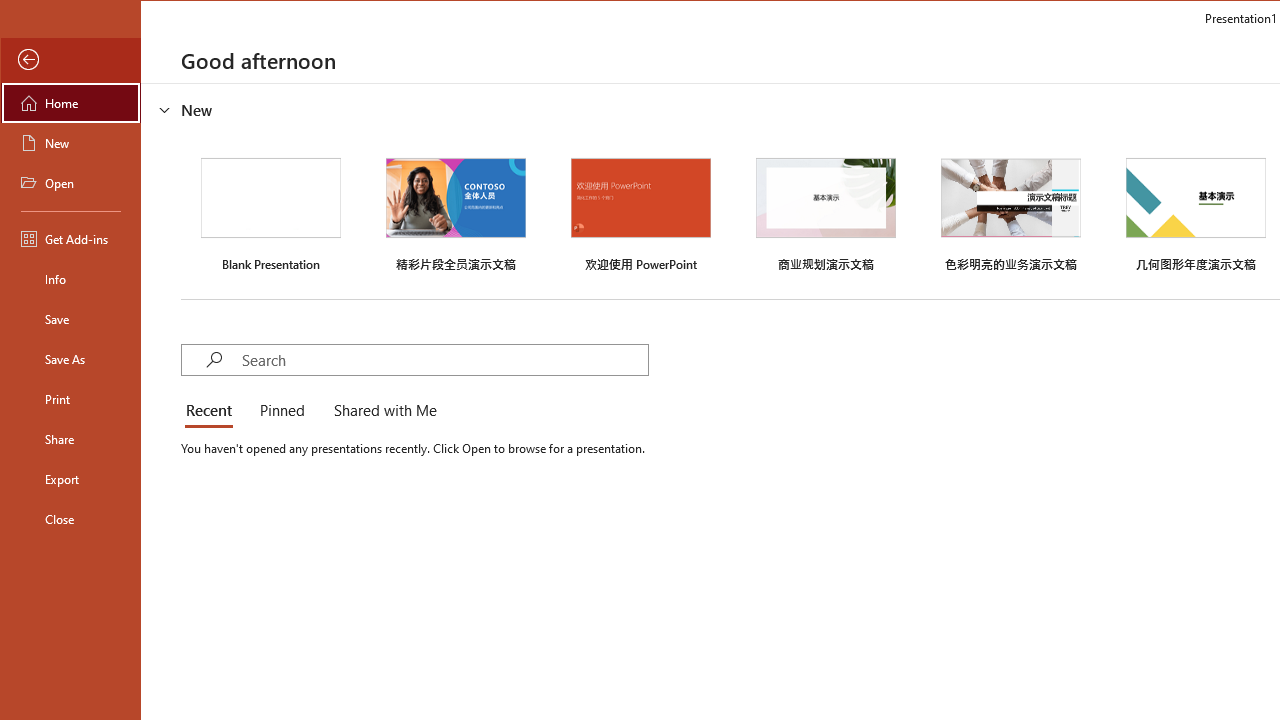 The height and width of the screenshot is (720, 1280). What do you see at coordinates (71, 59) in the screenshot?
I see `'Back'` at bounding box center [71, 59].